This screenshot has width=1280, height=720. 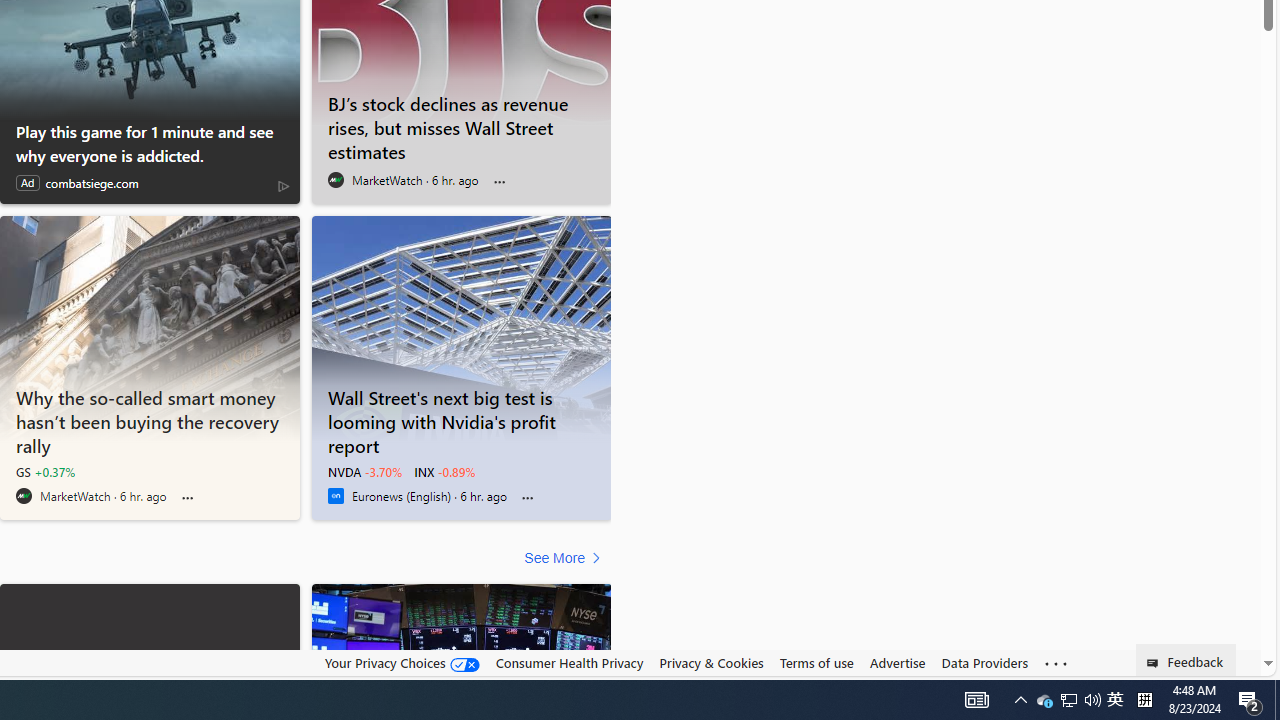 I want to click on 'Euronews (English)', so click(x=335, y=495).